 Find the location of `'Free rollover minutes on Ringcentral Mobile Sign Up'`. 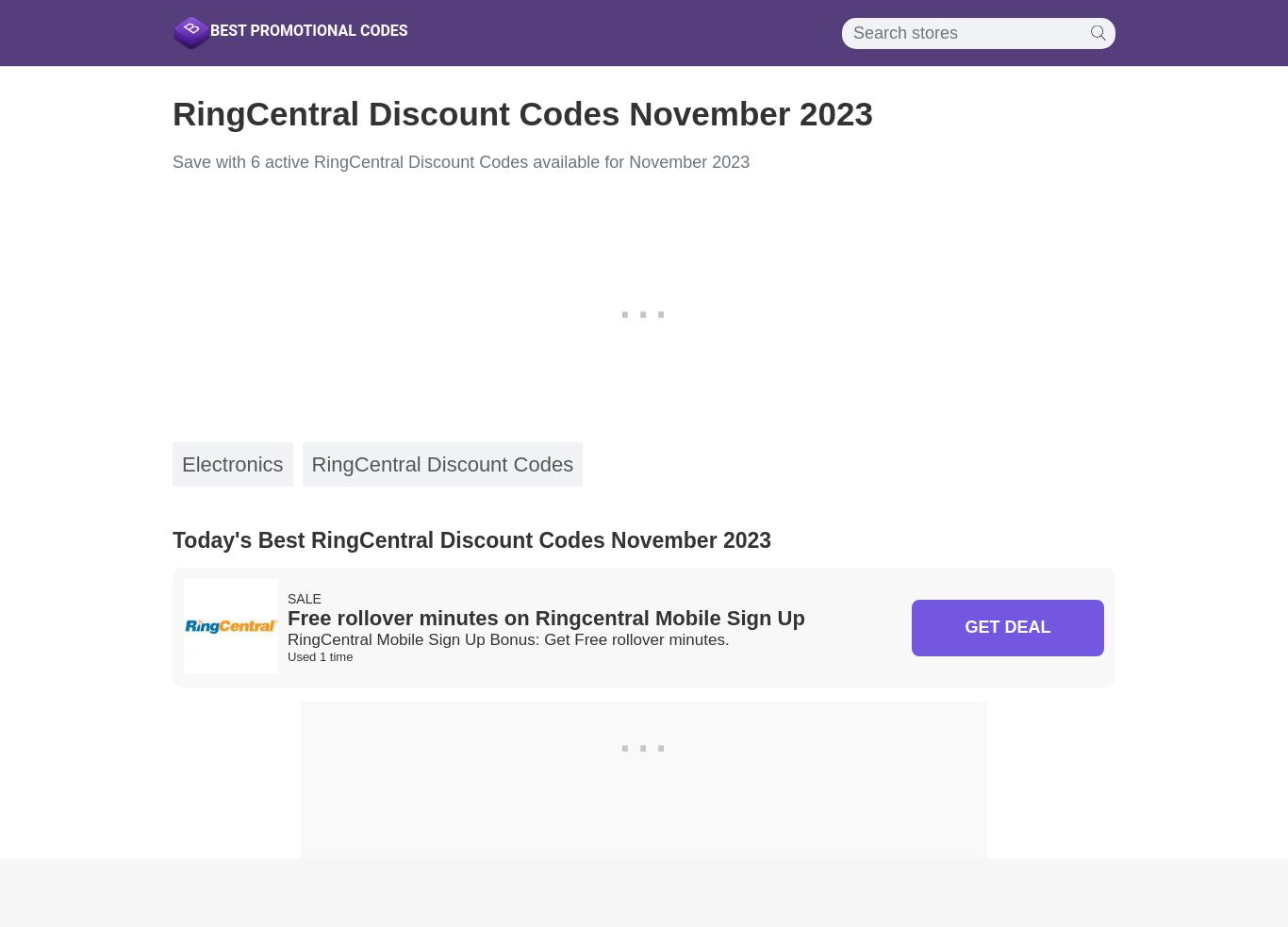

'Free rollover minutes on Ringcentral Mobile Sign Up' is located at coordinates (545, 618).